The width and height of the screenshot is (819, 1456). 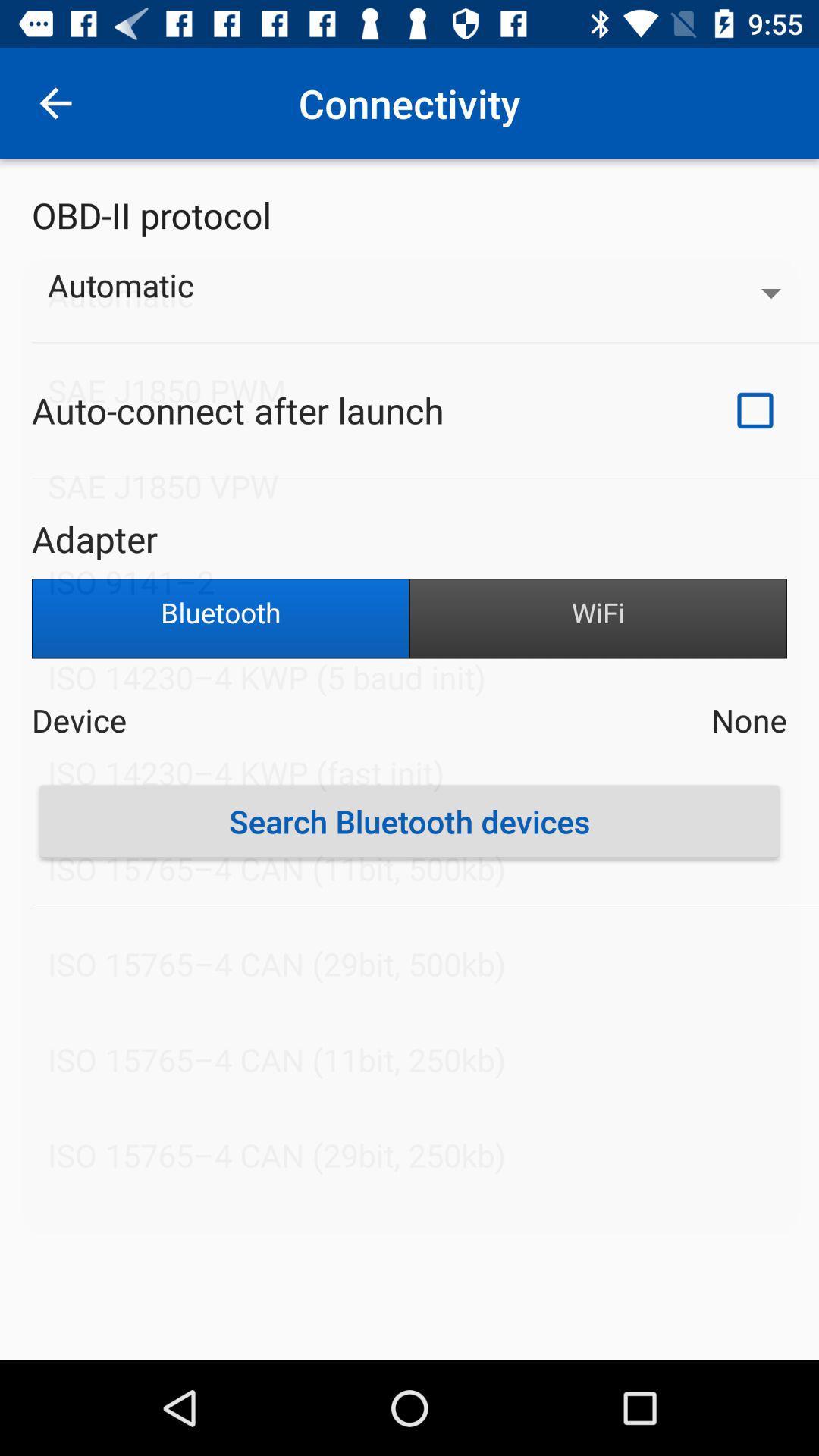 I want to click on item next to the bluetooth item, so click(x=598, y=619).